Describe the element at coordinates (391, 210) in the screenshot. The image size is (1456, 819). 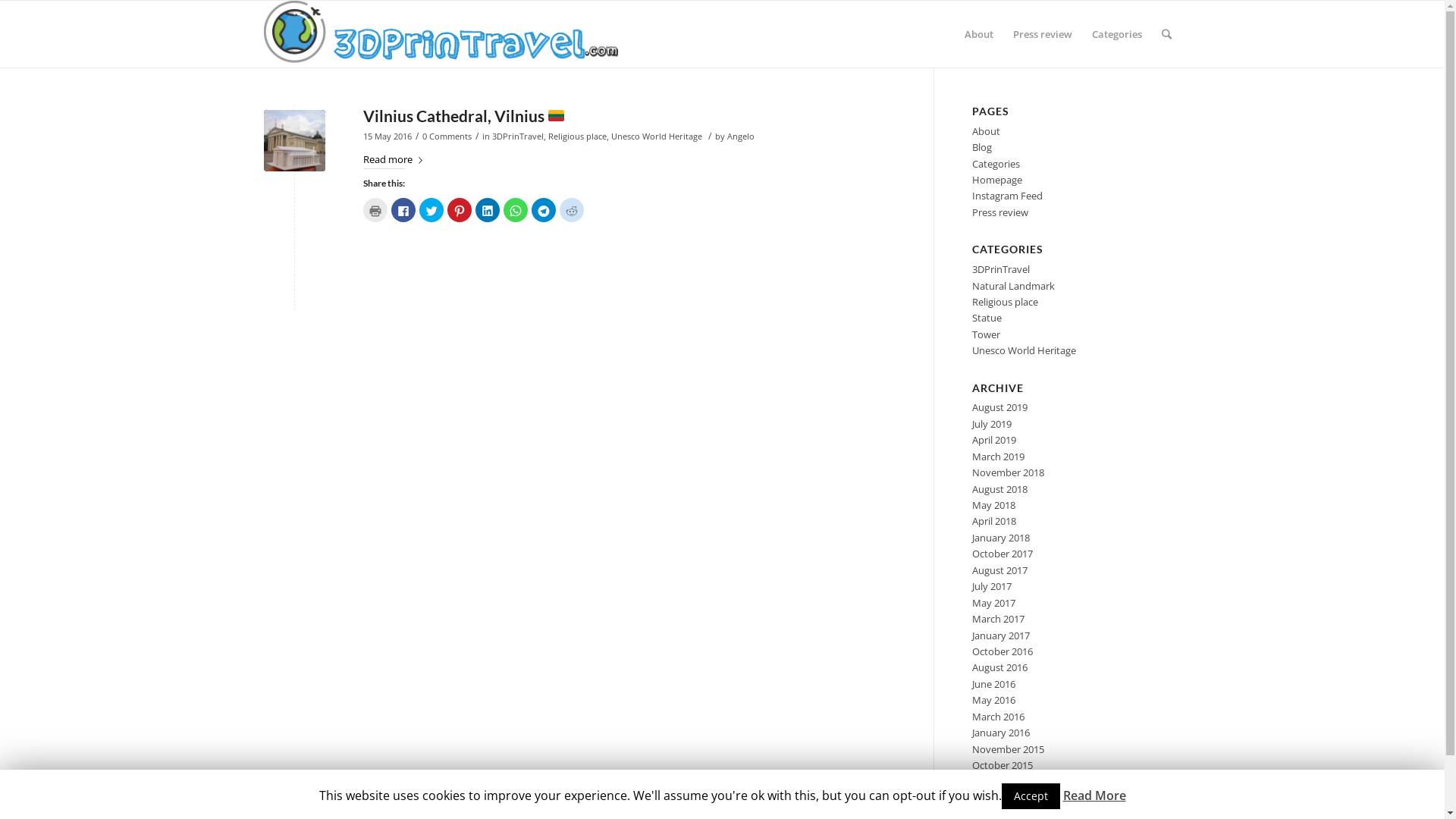
I see `'Click to share on Facebook (Opens in new window)'` at that location.